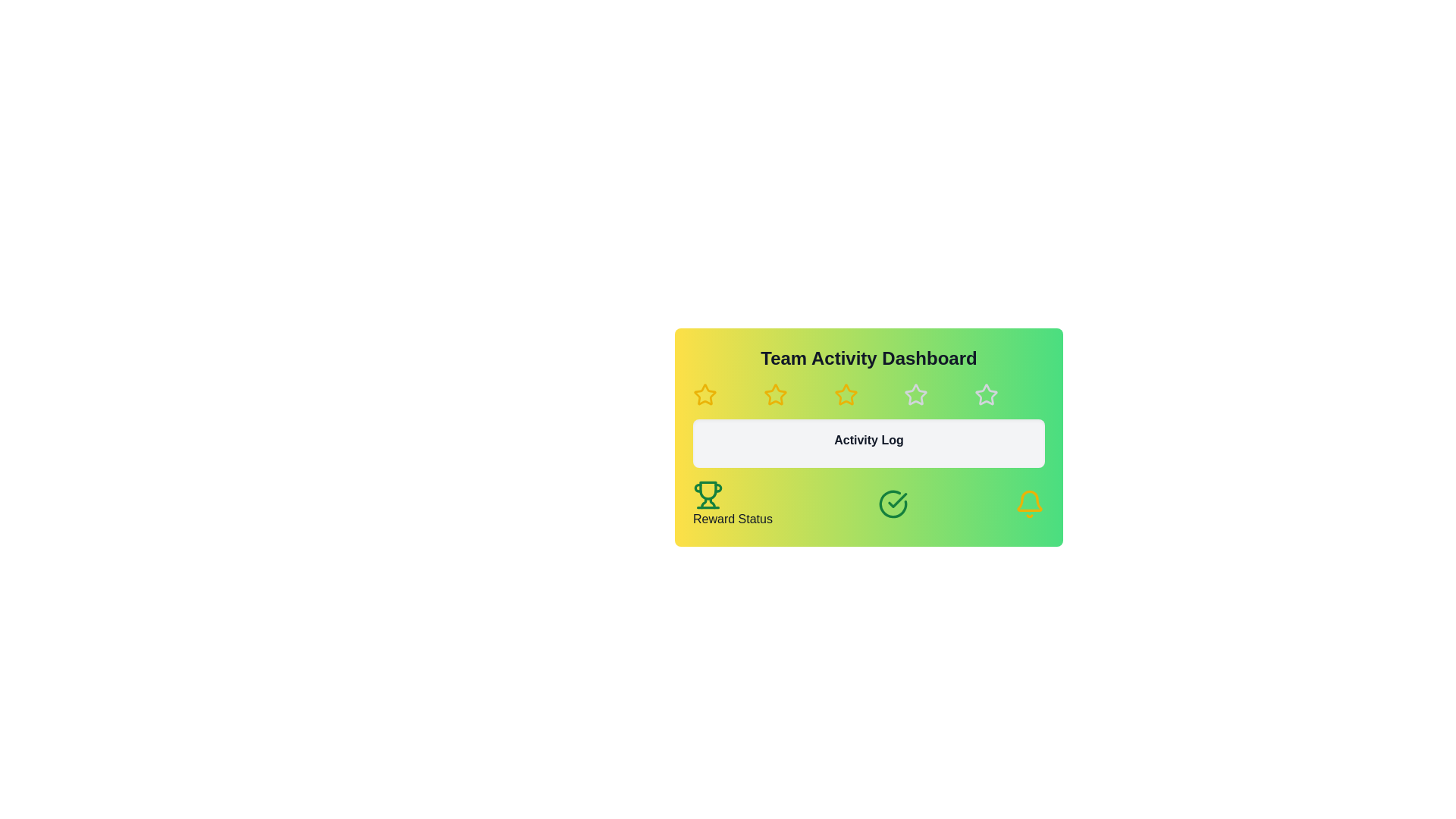 The image size is (1456, 819). Describe the element at coordinates (775, 394) in the screenshot. I see `the yellow star icon with a hollow center, the second in a row of five star icons in the 'Team Activity Dashboard'` at that location.